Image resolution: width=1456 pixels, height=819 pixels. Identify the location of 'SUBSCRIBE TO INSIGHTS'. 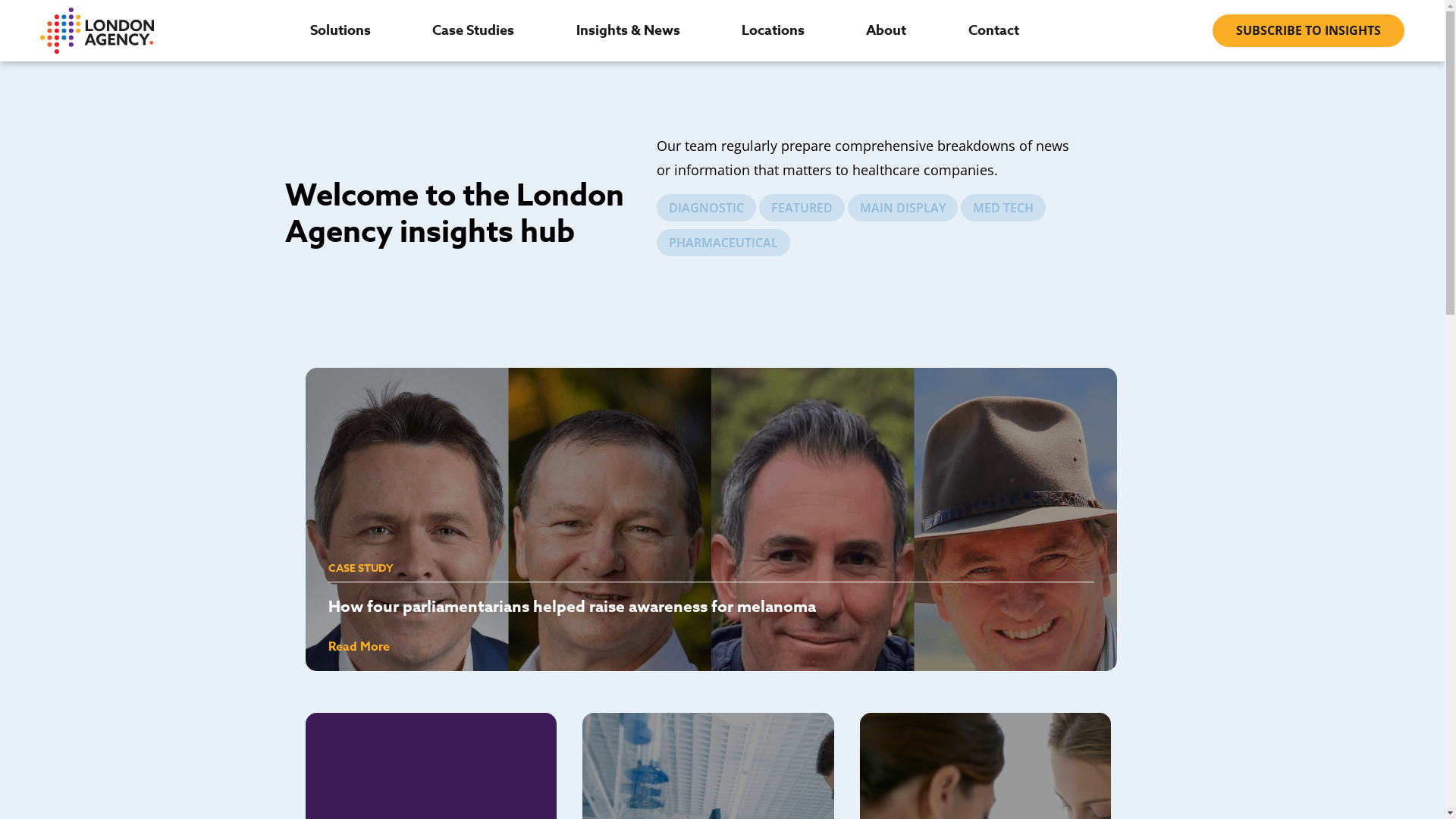
(1307, 30).